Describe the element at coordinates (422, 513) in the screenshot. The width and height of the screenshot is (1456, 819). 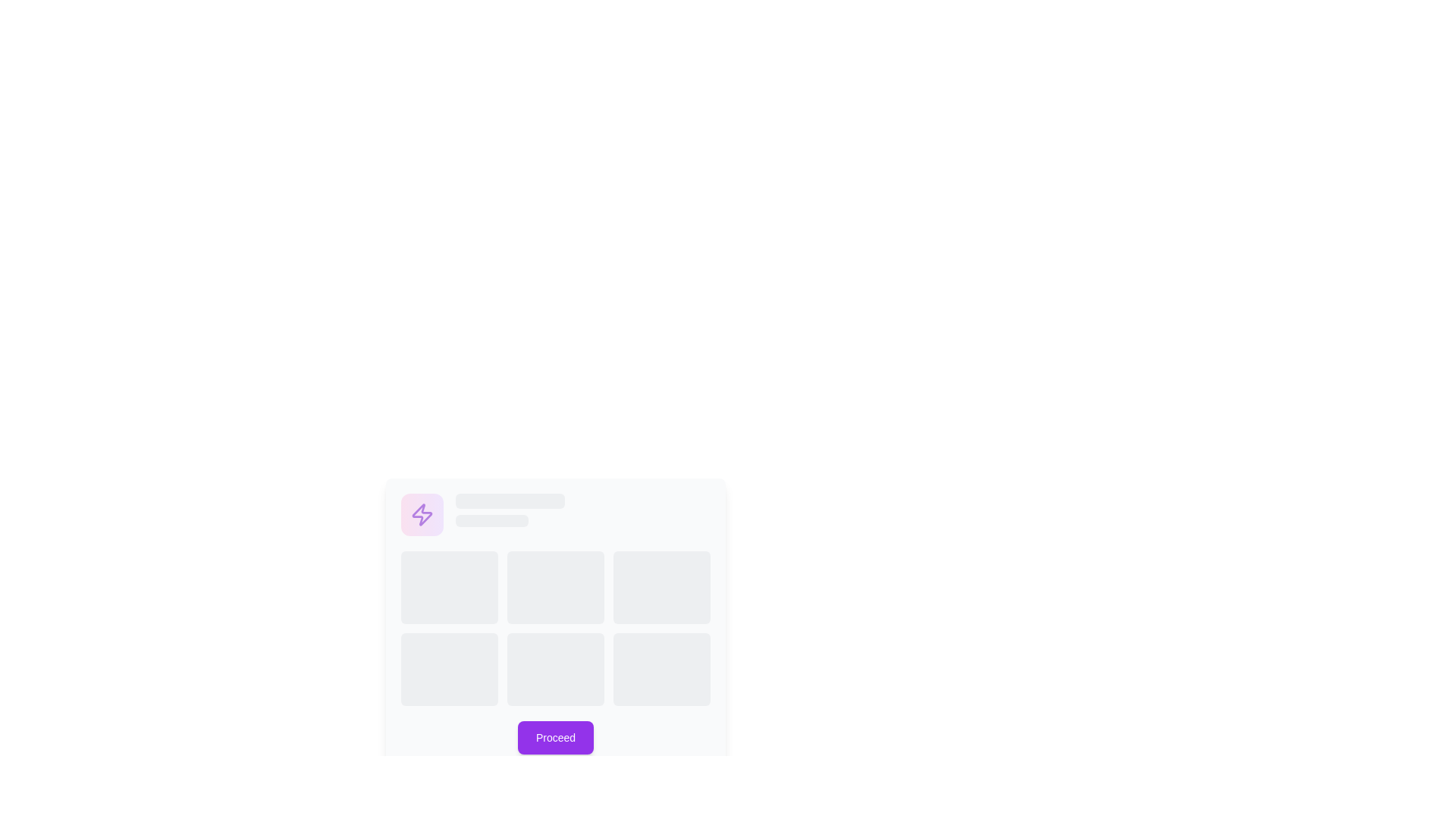
I see `the square icon with a gradient background from pink to purple, featuring a bold purple lightning icon in the center` at that location.